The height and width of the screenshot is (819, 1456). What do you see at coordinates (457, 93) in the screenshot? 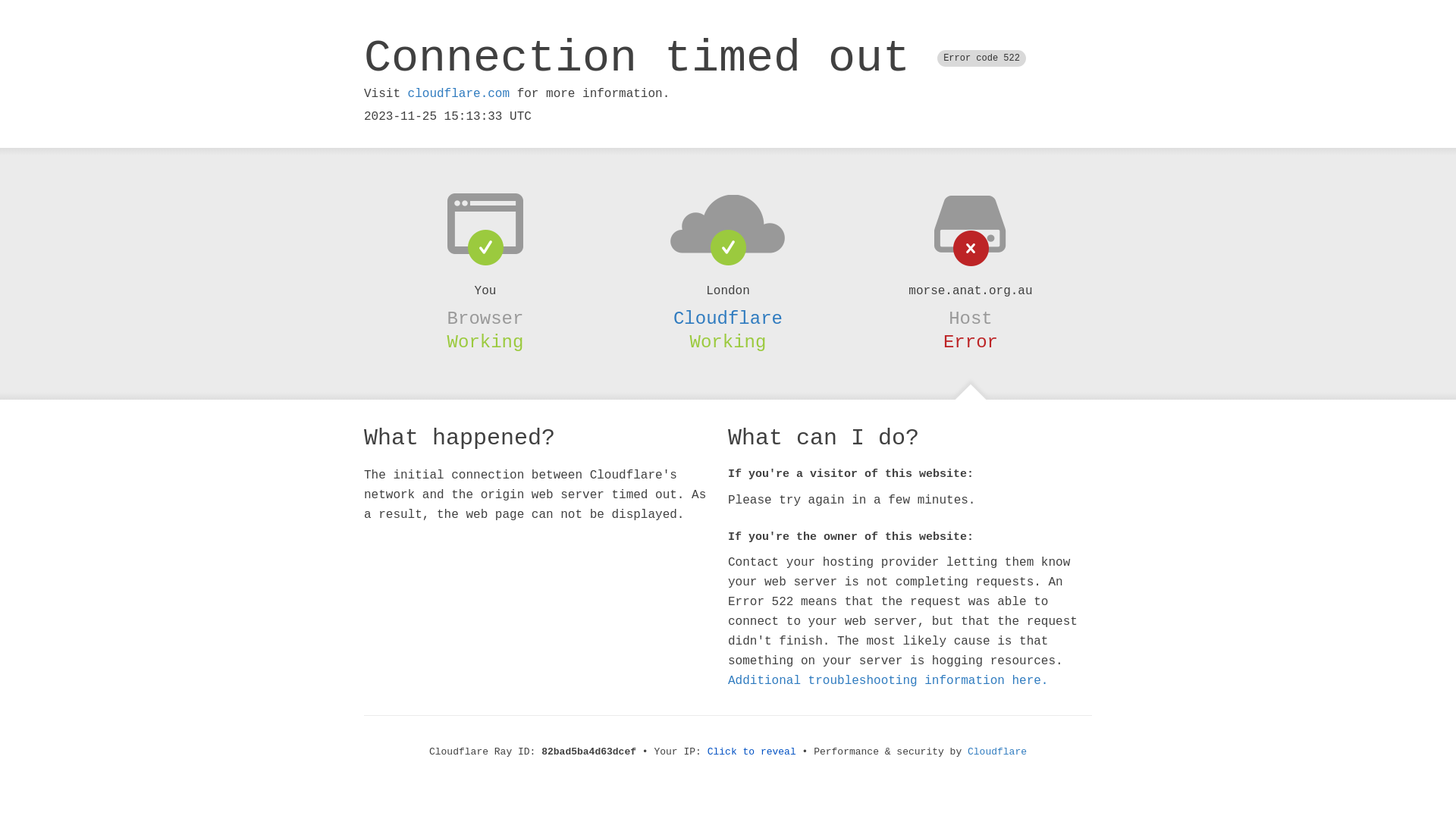
I see `'cloudflare.com'` at bounding box center [457, 93].